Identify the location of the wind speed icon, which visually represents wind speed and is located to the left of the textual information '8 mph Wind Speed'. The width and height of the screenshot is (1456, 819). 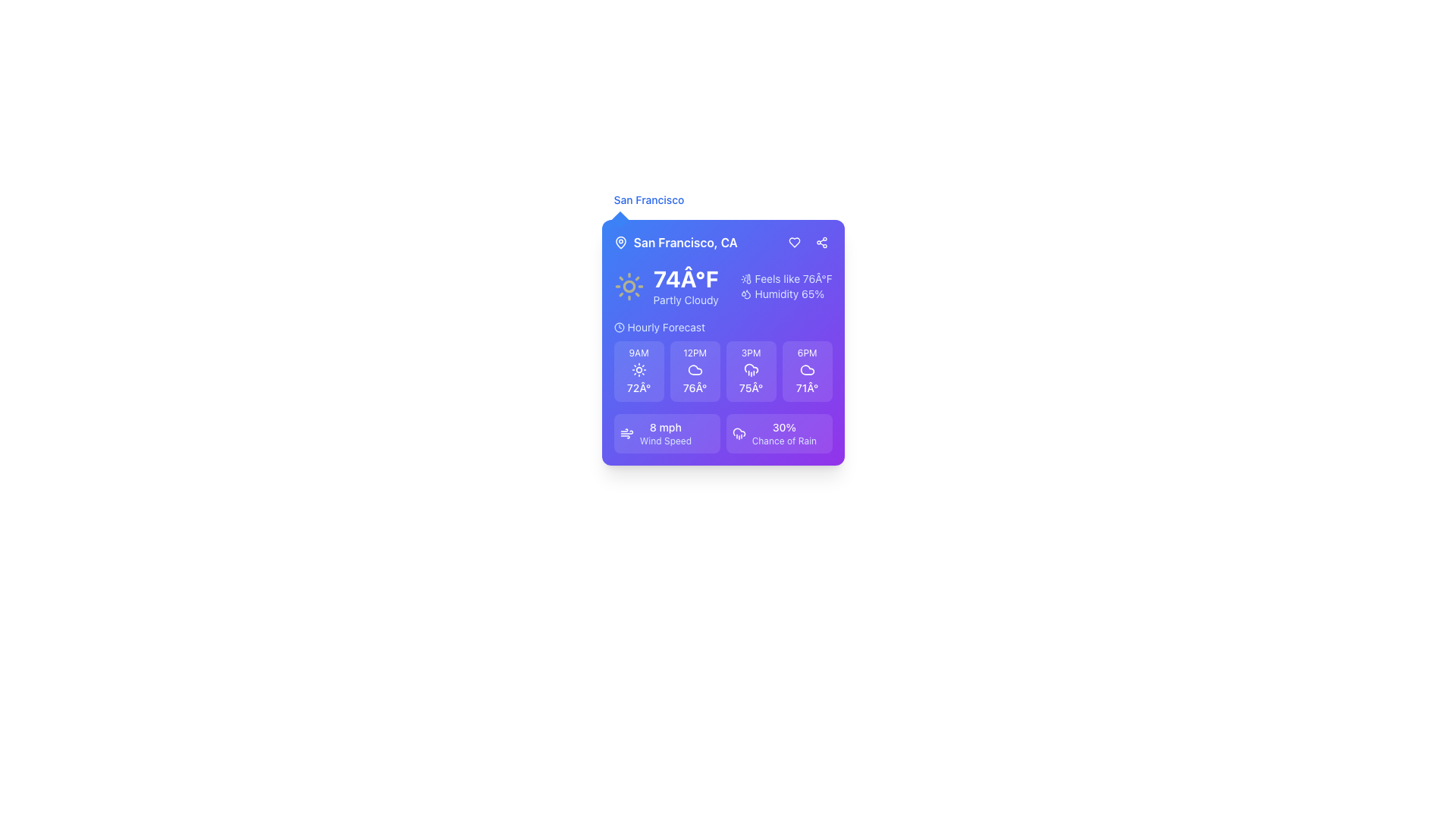
(626, 433).